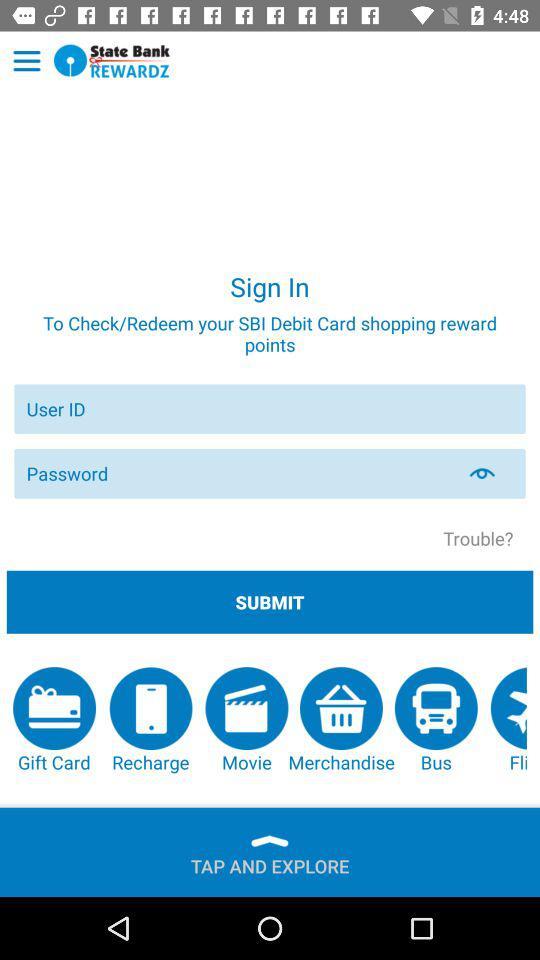 The image size is (540, 960). What do you see at coordinates (270, 601) in the screenshot?
I see `app below trouble?` at bounding box center [270, 601].